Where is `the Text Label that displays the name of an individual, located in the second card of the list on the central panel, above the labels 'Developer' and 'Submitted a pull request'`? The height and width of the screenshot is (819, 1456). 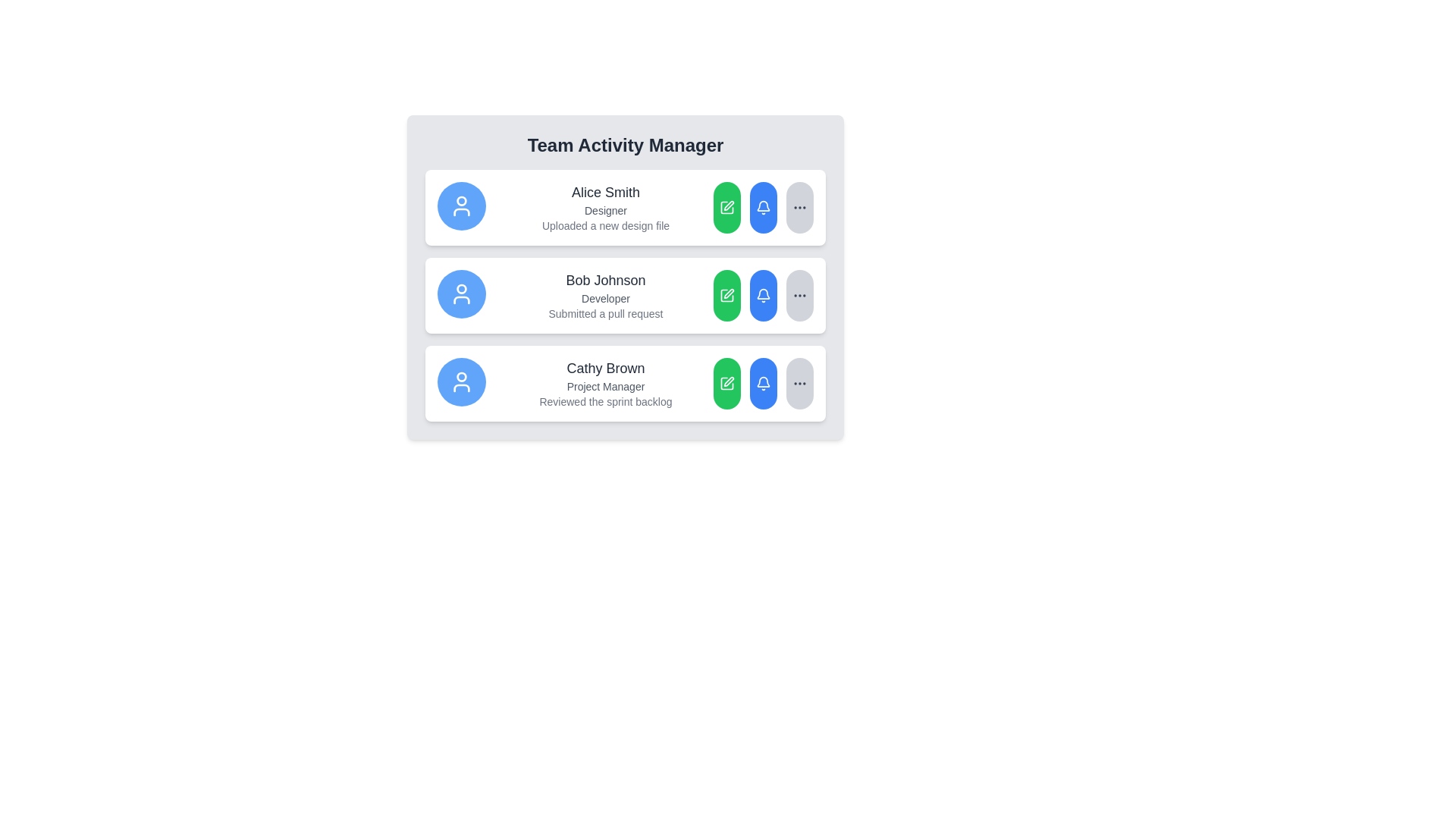
the Text Label that displays the name of an individual, located in the second card of the list on the central panel, above the labels 'Developer' and 'Submitted a pull request' is located at coordinates (604, 281).